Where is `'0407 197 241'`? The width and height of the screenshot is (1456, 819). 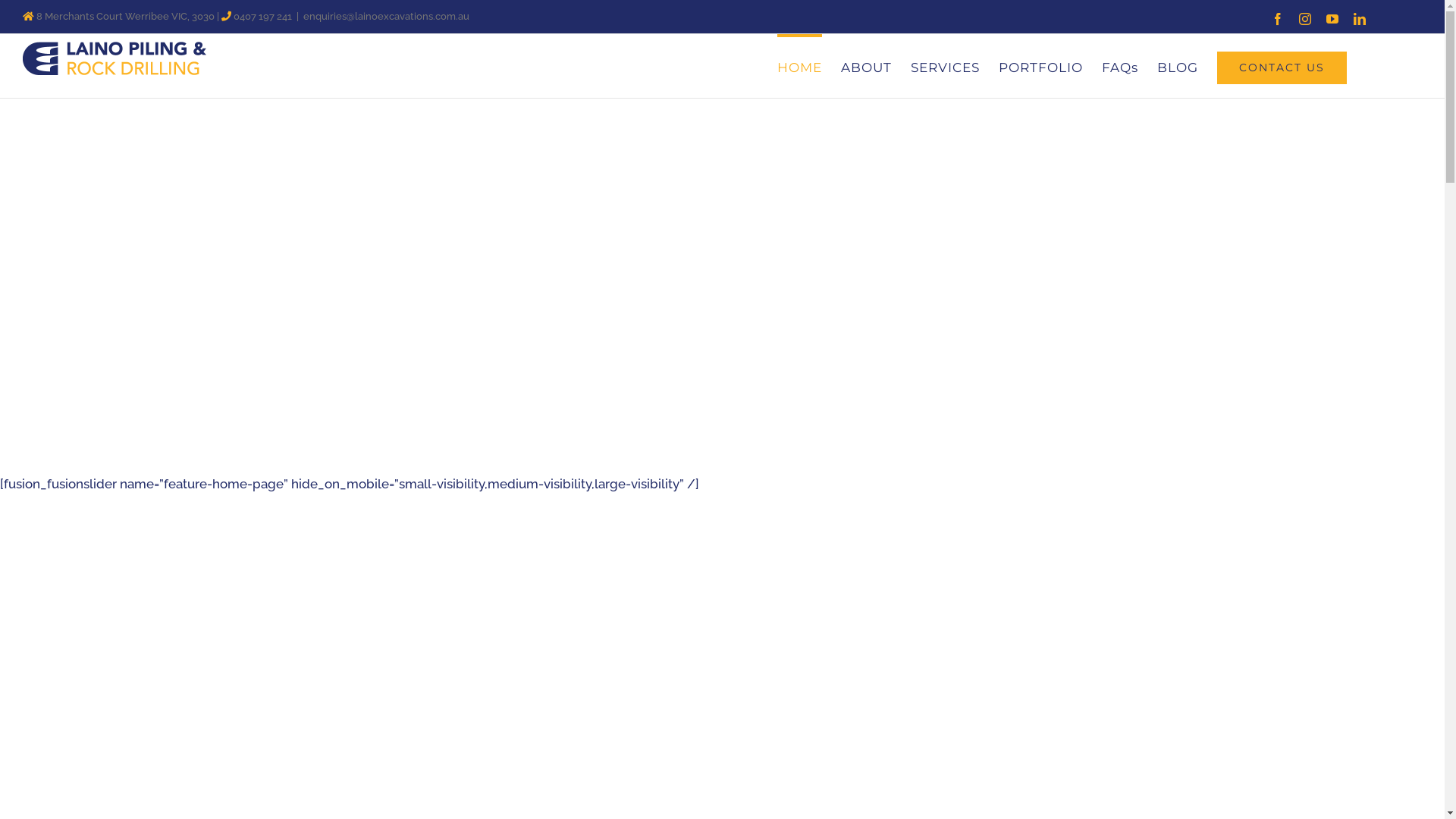
'0407 197 241' is located at coordinates (232, 16).